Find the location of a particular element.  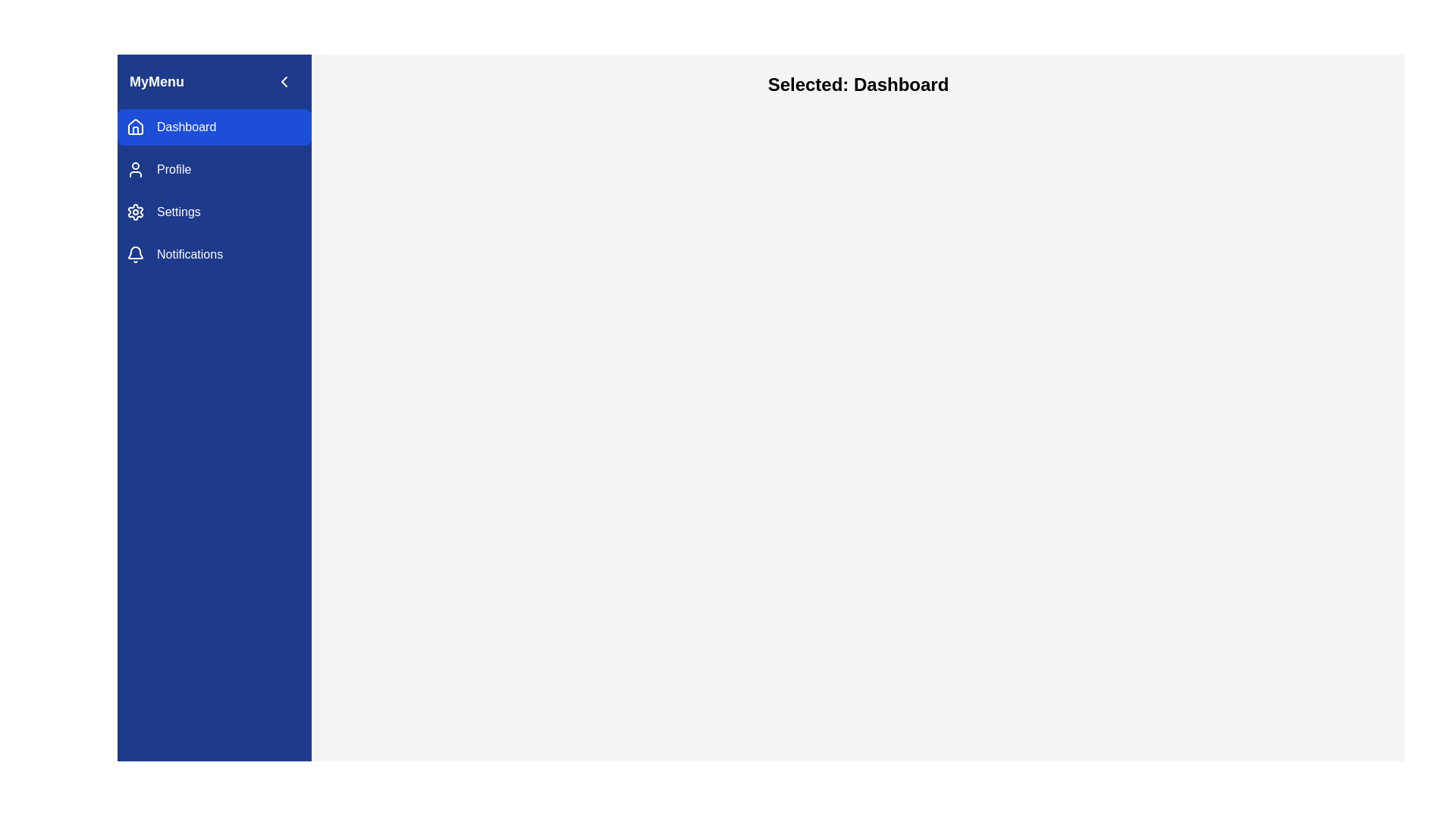

the 'Settings' menu item label, which is styled in white text on a blue background and is the third option in the vertical navigation menu is located at coordinates (178, 212).